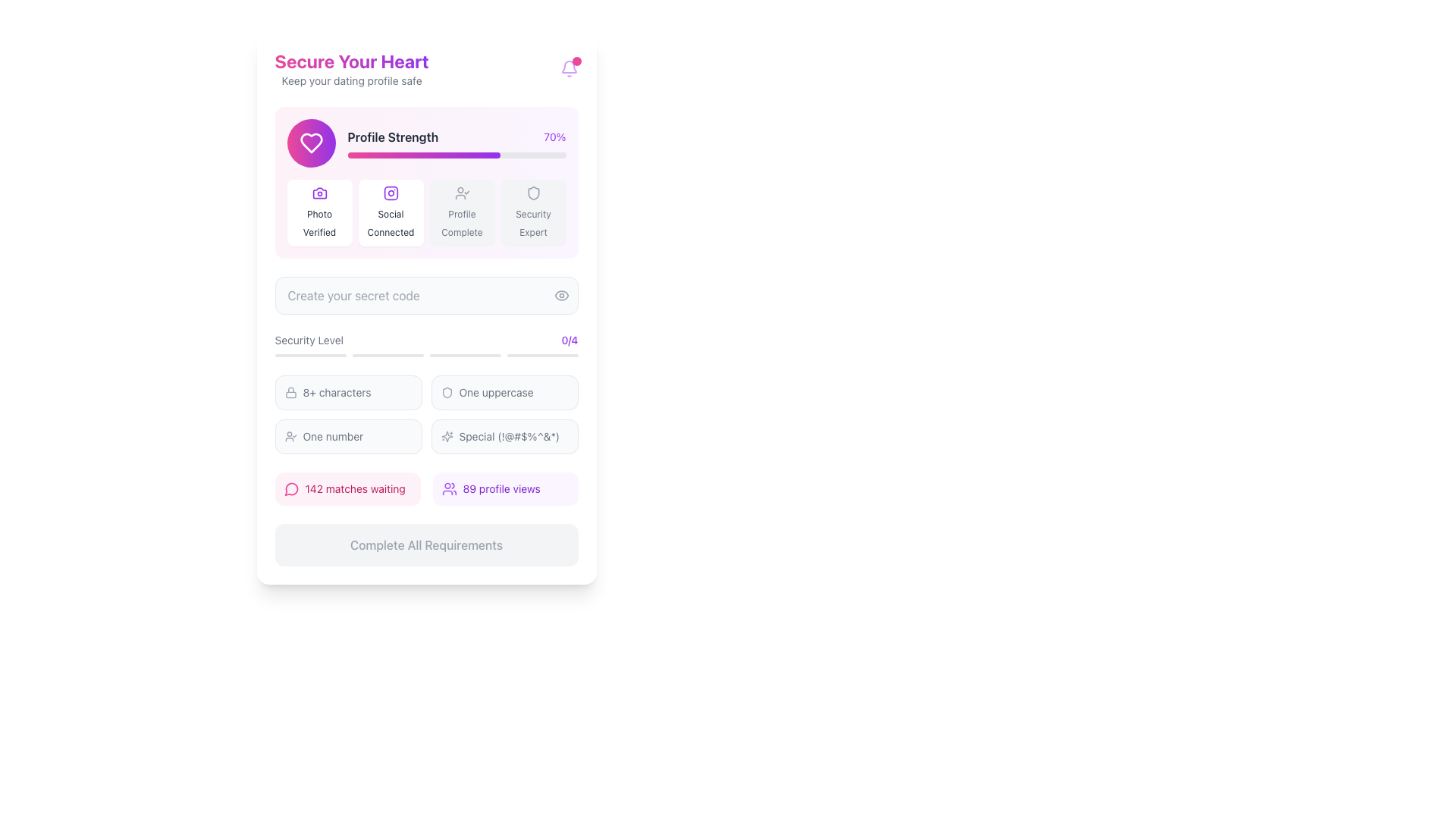 The image size is (1456, 819). I want to click on the Header element that displays 'Secure Your Heart' and 'Keep your dating profile safe', located at the top-left section of the interface, so click(351, 69).